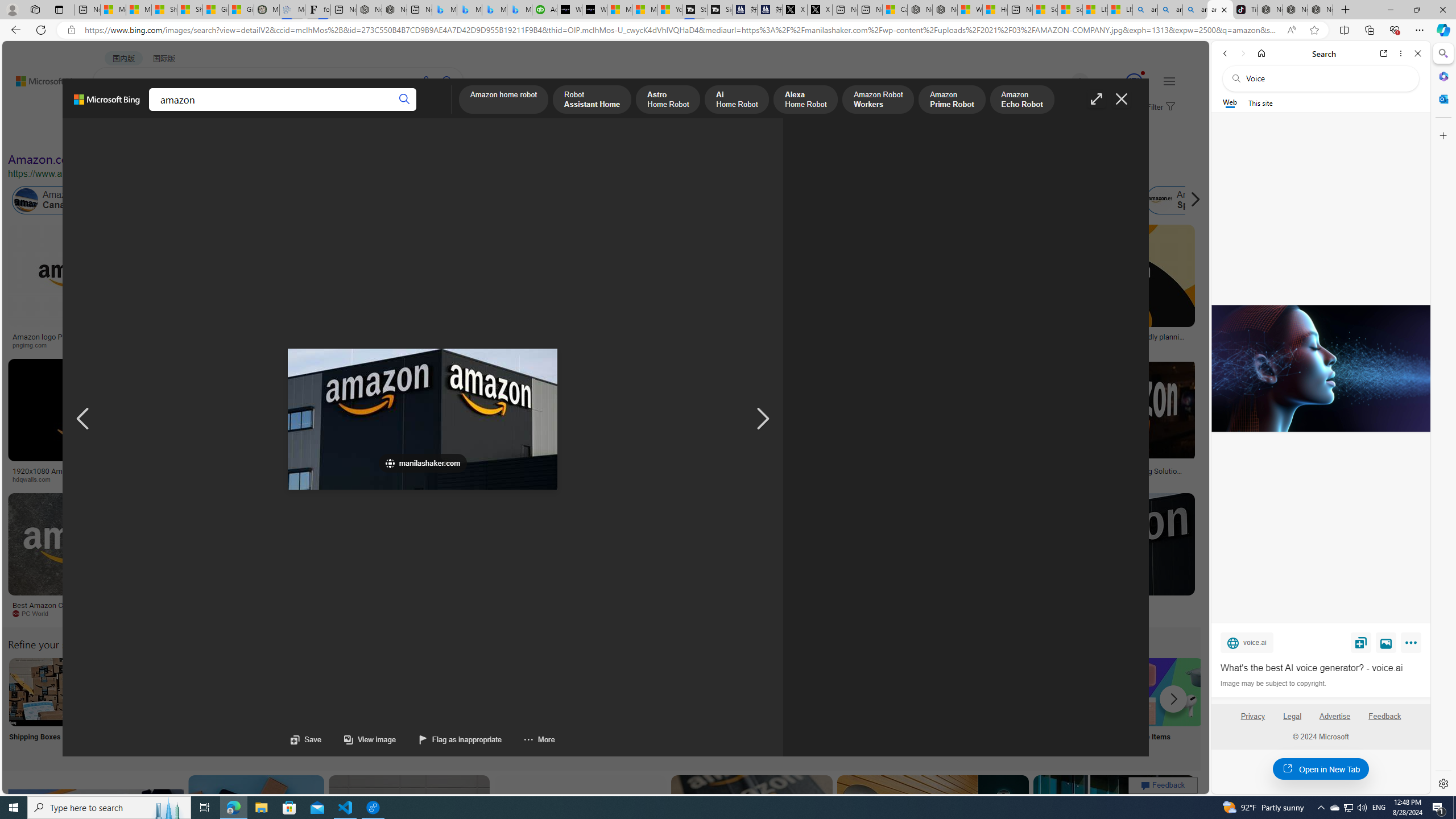 The image size is (1456, 819). Describe the element at coordinates (306, 739) in the screenshot. I see `'Save'` at that location.